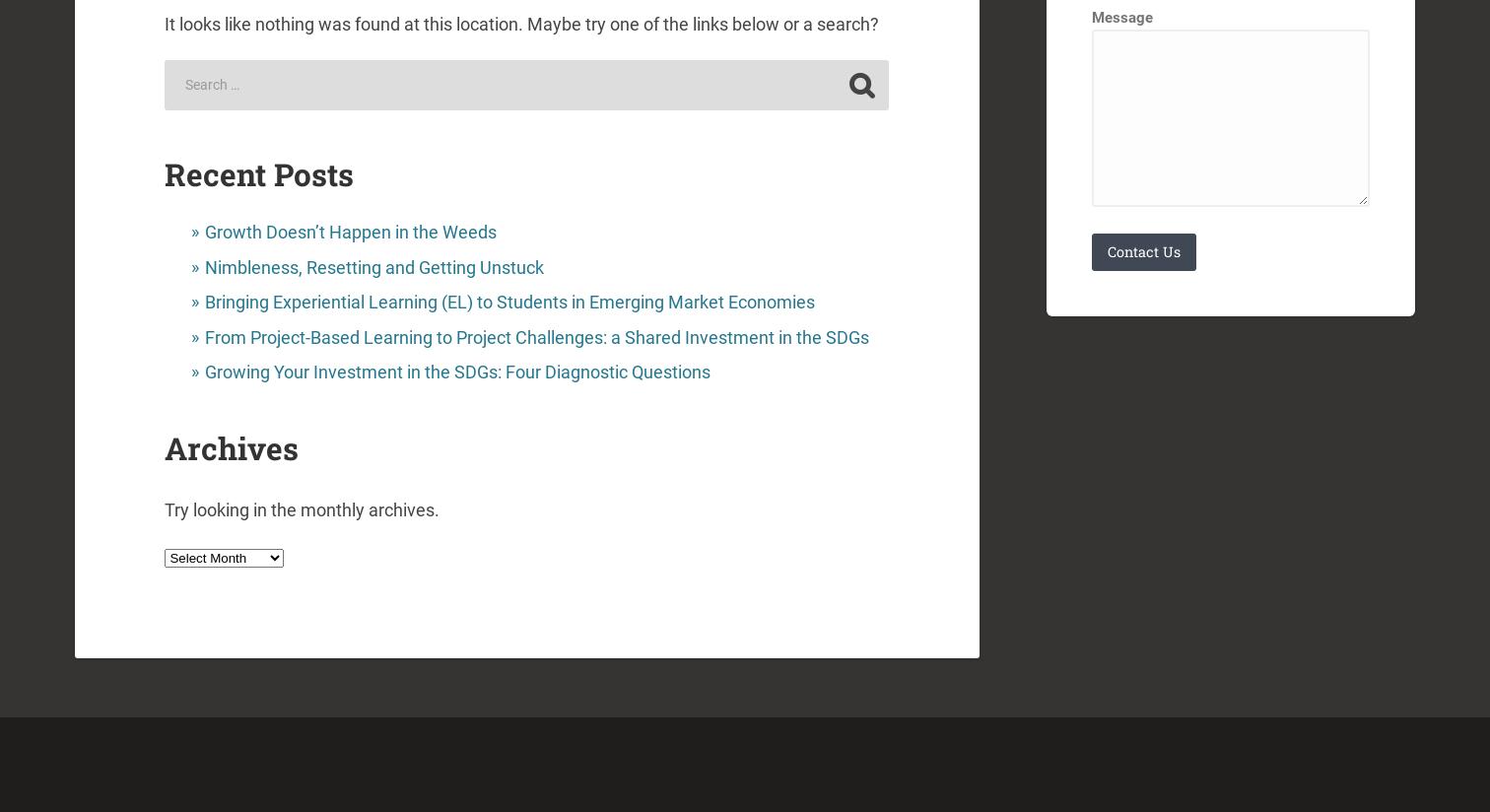  What do you see at coordinates (302, 508) in the screenshot?
I see `'Try looking in the monthly archives.'` at bounding box center [302, 508].